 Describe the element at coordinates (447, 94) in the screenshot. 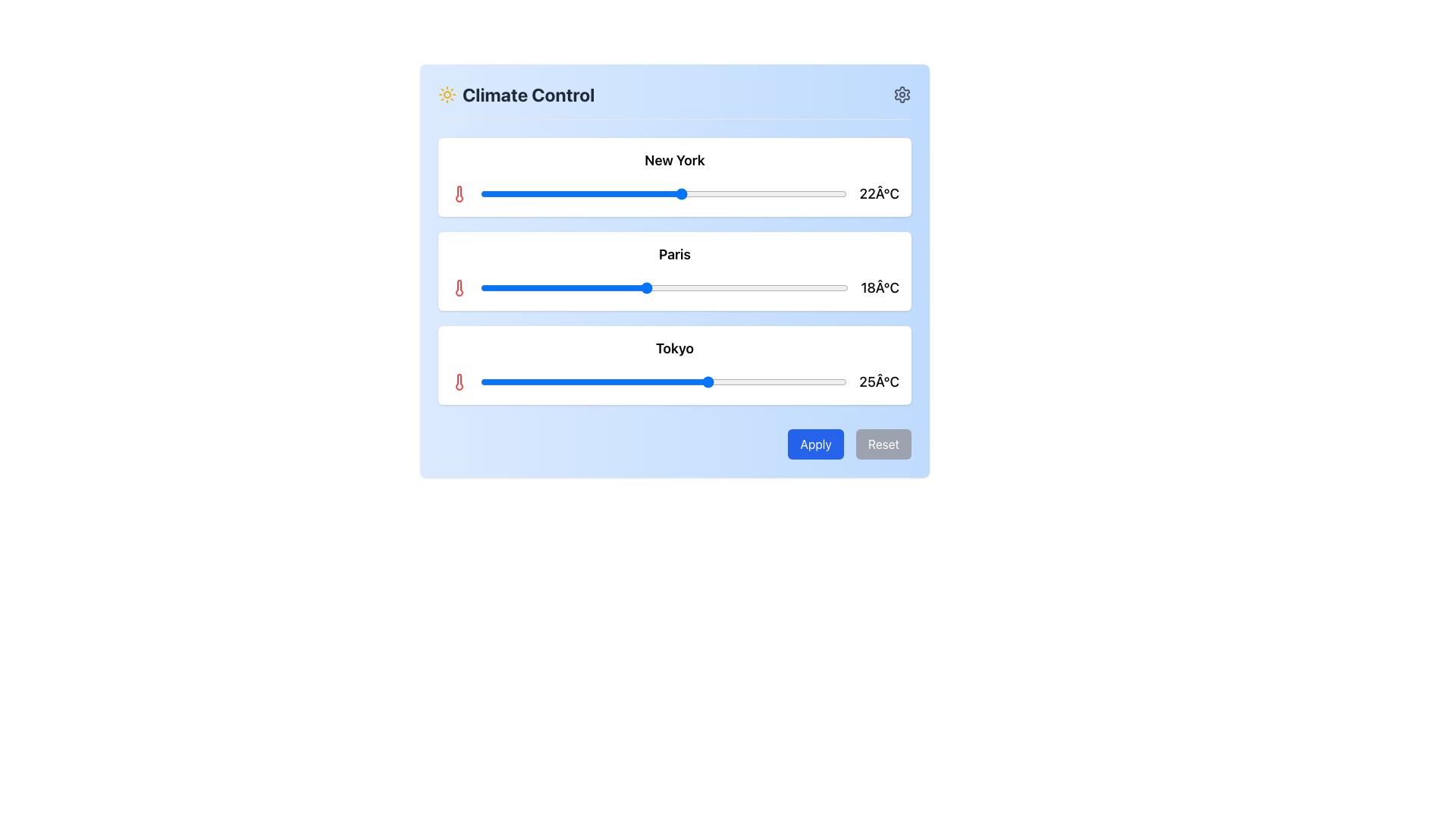

I see `the sun icon, which is the left-most item in the Climate Control section, visually represented by a circular center with radiating lines and styled with a yellow stroke color` at that location.